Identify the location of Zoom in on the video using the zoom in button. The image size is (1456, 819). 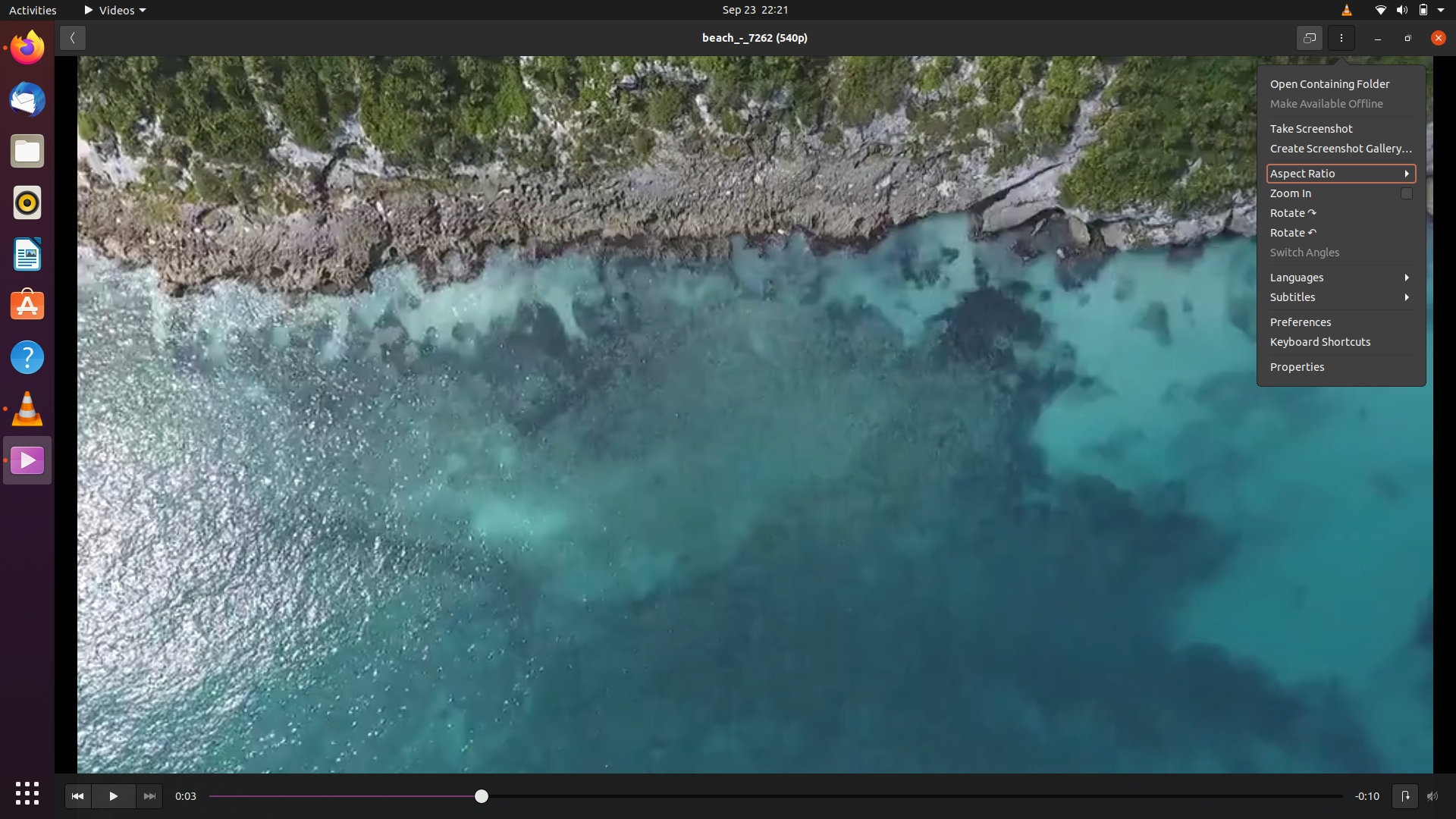
(1341, 193).